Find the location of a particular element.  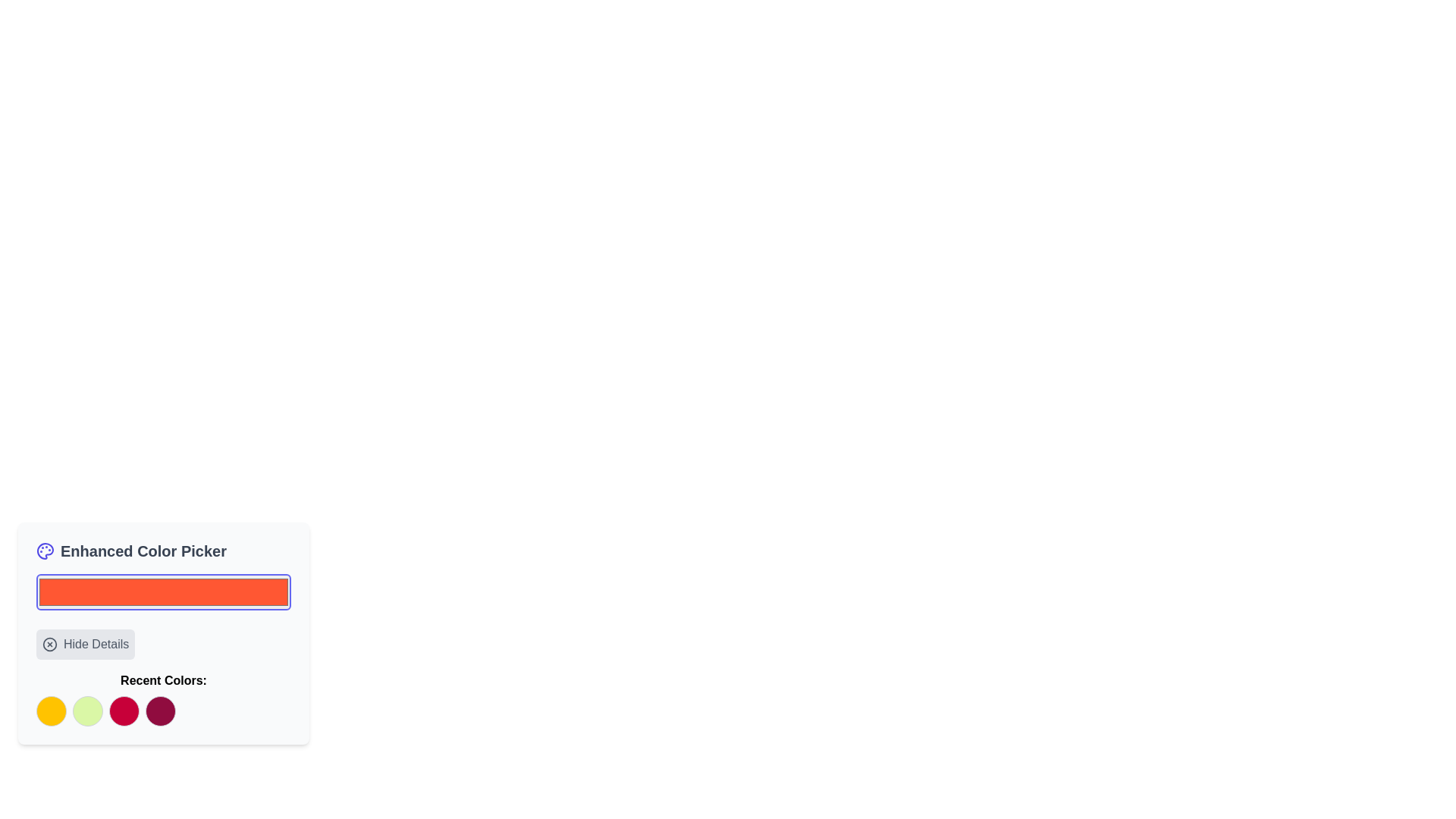

the fourth circular color swatch located under the 'Recent Colors:' section is located at coordinates (164, 711).